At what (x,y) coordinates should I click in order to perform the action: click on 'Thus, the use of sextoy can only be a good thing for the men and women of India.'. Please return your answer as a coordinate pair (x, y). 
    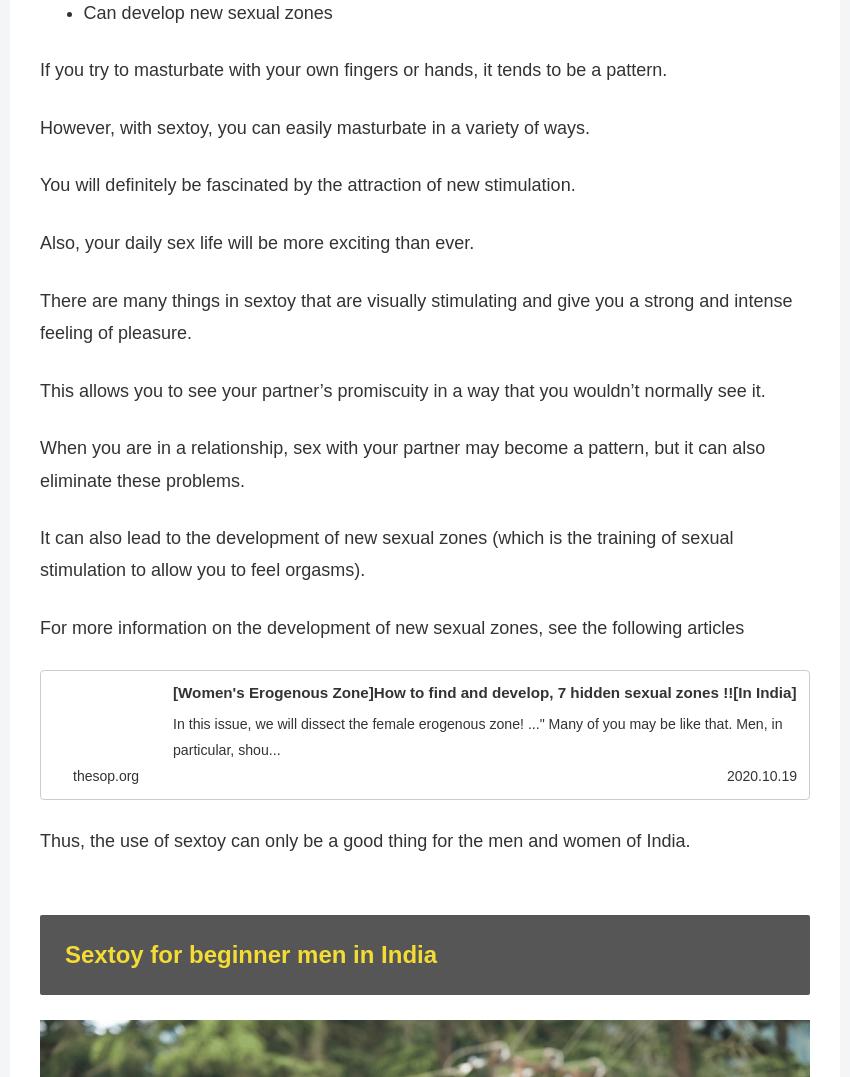
    Looking at the image, I should click on (363, 840).